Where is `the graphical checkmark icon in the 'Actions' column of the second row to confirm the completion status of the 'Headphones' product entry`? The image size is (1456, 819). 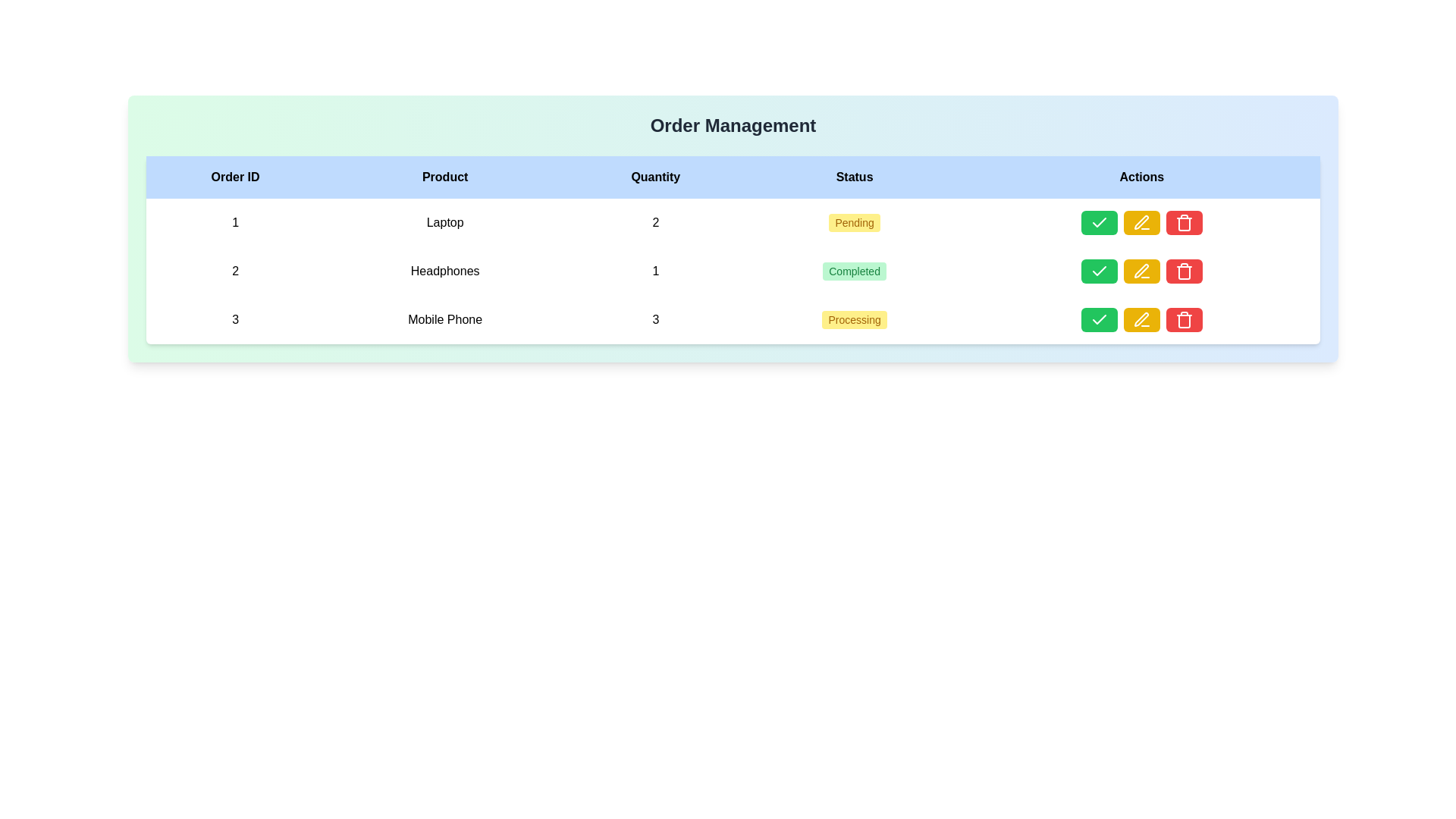
the graphical checkmark icon in the 'Actions' column of the second row to confirm the completion status of the 'Headphones' product entry is located at coordinates (1099, 222).